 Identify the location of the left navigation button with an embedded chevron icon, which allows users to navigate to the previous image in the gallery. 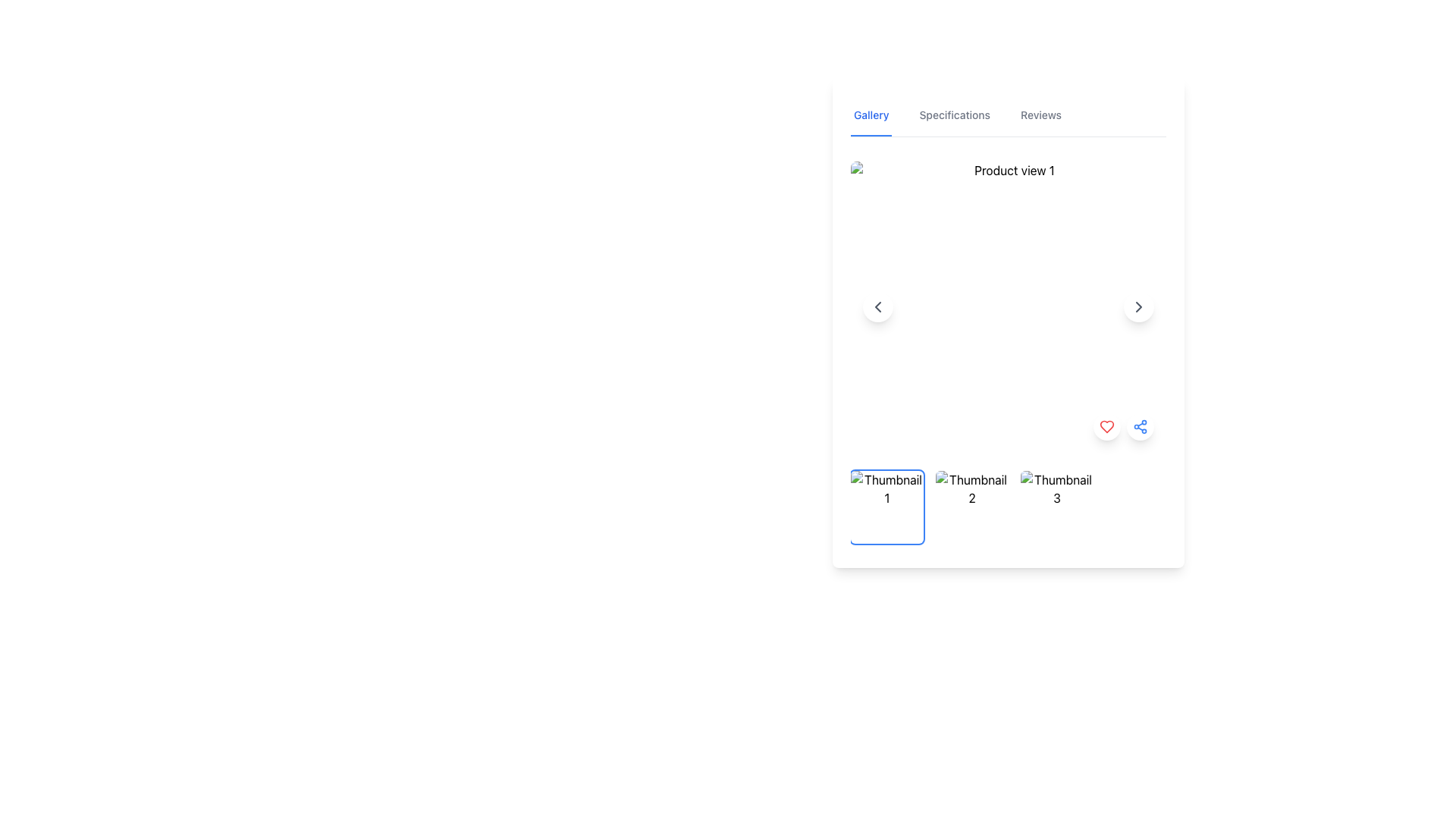
(877, 307).